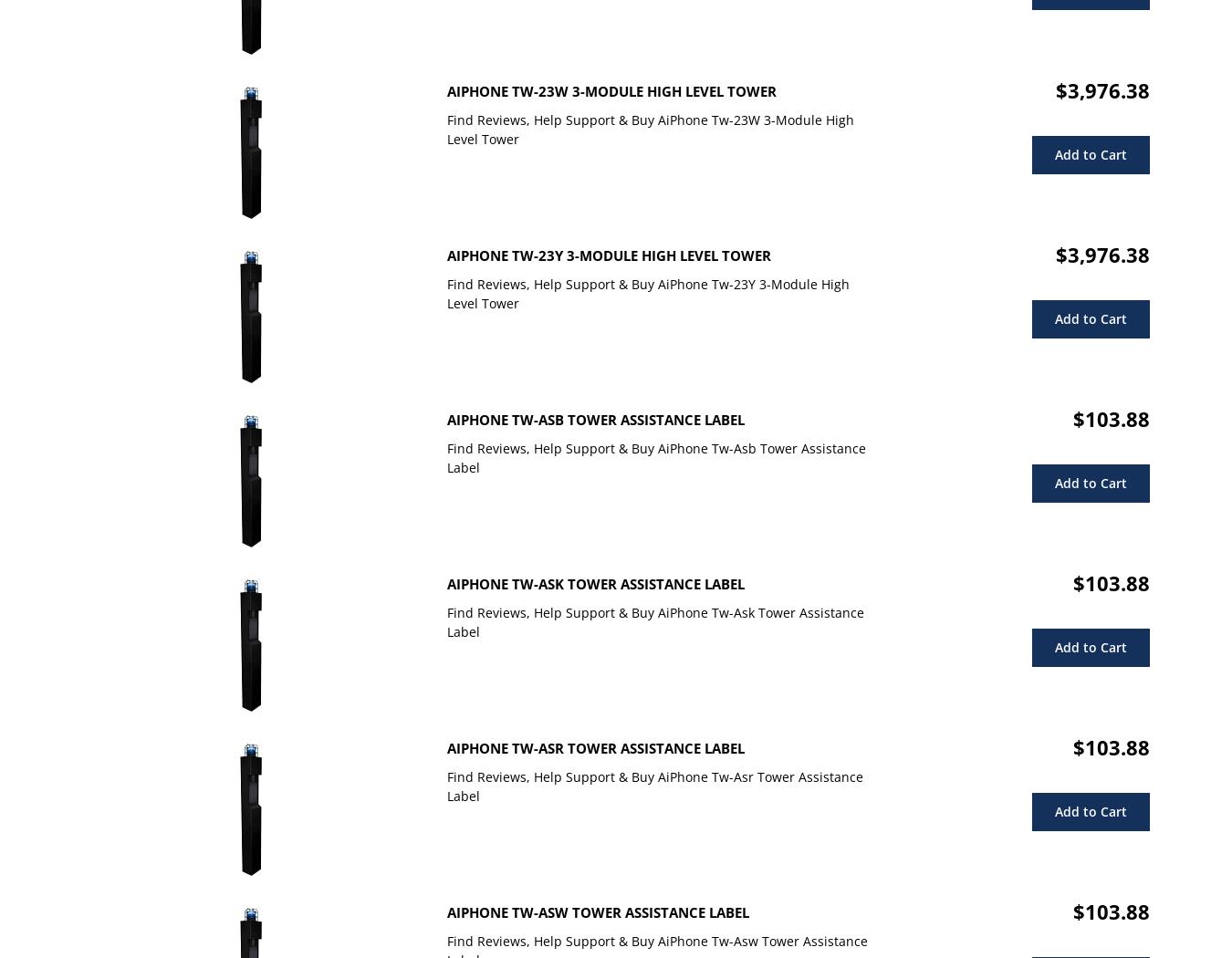 The width and height of the screenshot is (1232, 958). I want to click on 'AiPhone Tw-23W 3-Module High Level Tower', so click(611, 90).